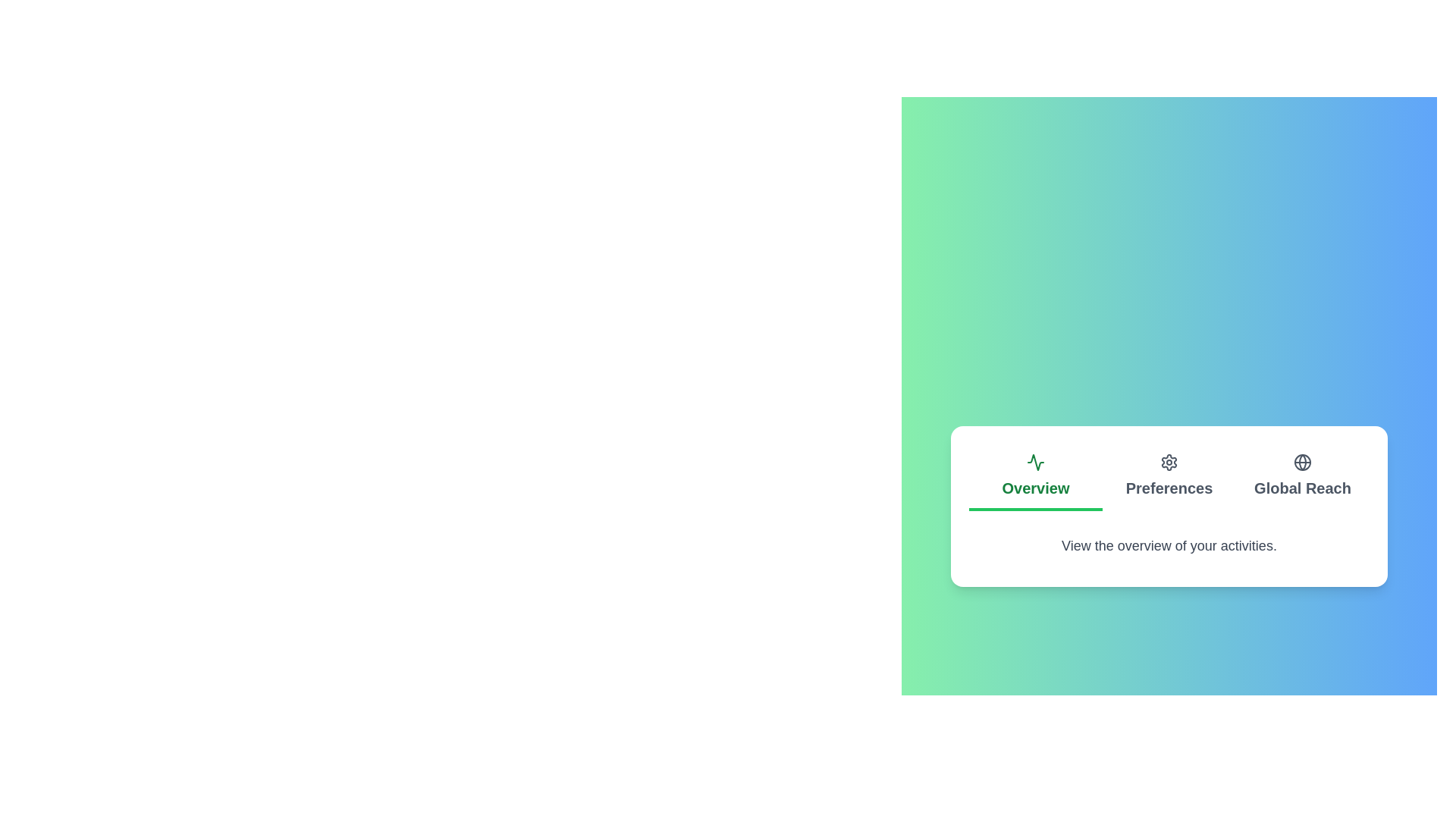 The width and height of the screenshot is (1456, 819). What do you see at coordinates (1168, 476) in the screenshot?
I see `the tab with the name Preferences` at bounding box center [1168, 476].